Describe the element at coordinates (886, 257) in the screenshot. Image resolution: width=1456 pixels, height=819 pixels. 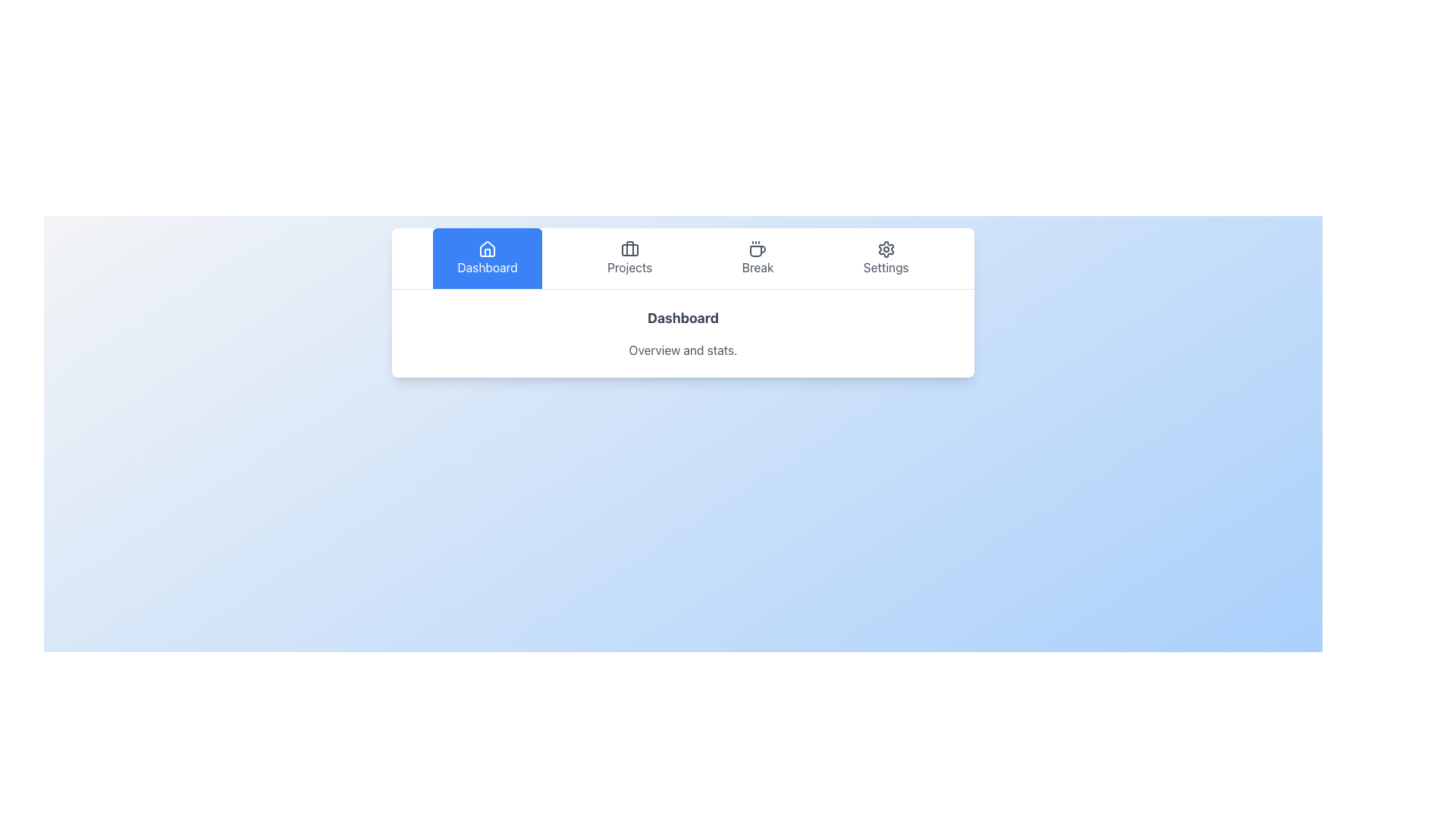
I see `the 'Settings' icon and label located in the navigation bar` at that location.